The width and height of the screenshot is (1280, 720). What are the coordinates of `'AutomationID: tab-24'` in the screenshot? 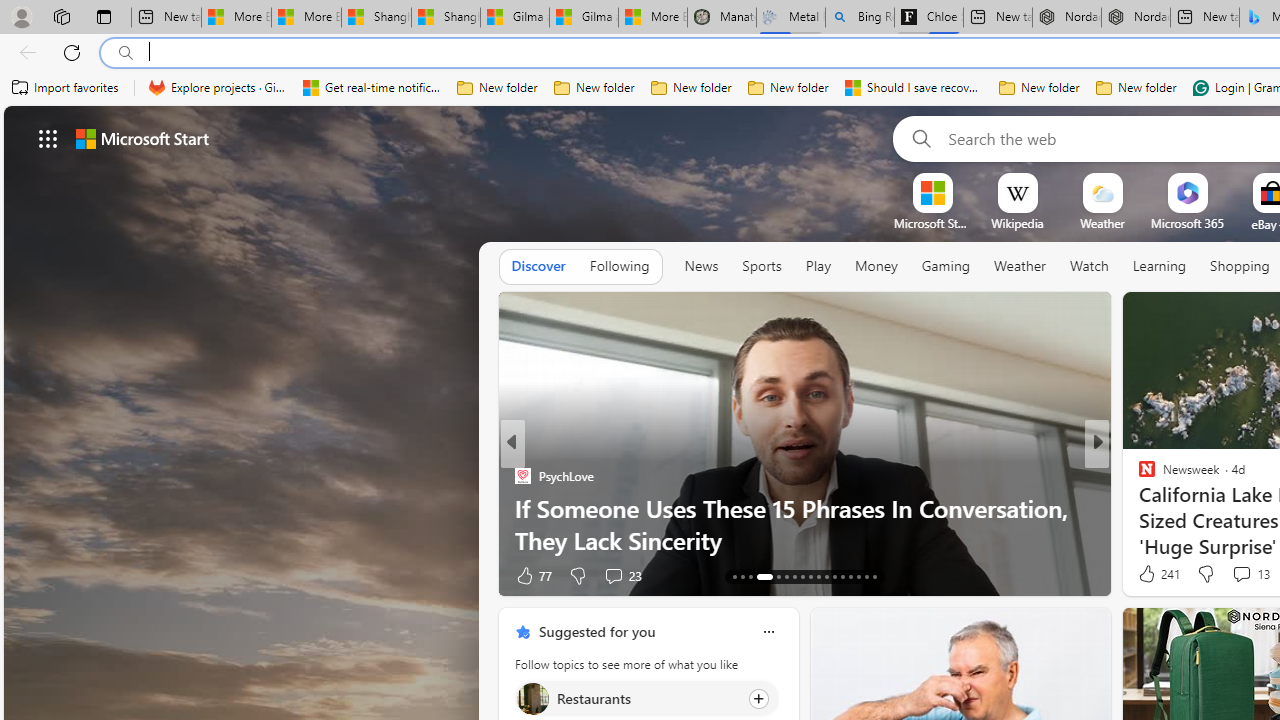 It's located at (833, 577).